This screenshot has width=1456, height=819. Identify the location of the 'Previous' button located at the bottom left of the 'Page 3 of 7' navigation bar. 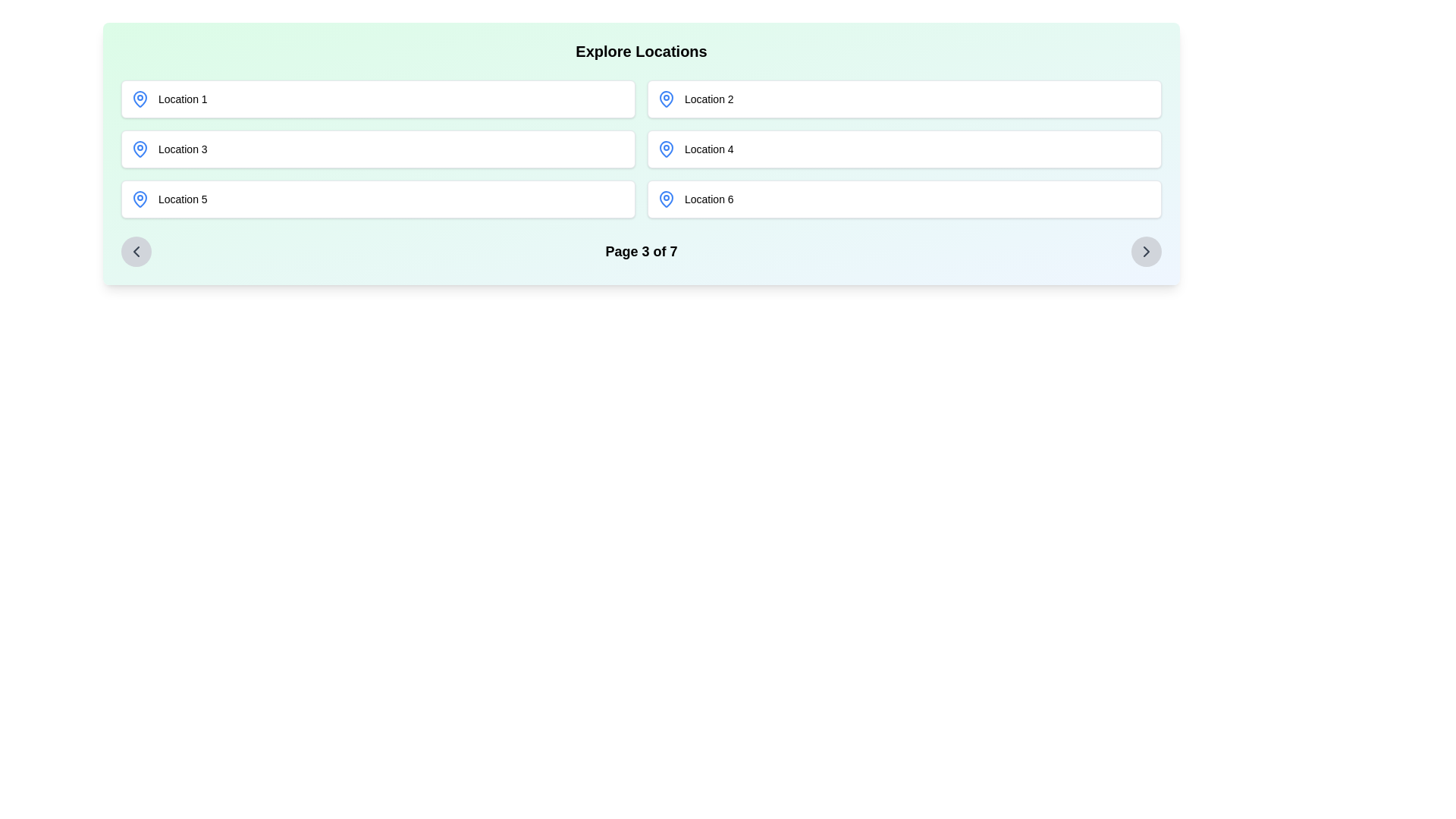
(136, 250).